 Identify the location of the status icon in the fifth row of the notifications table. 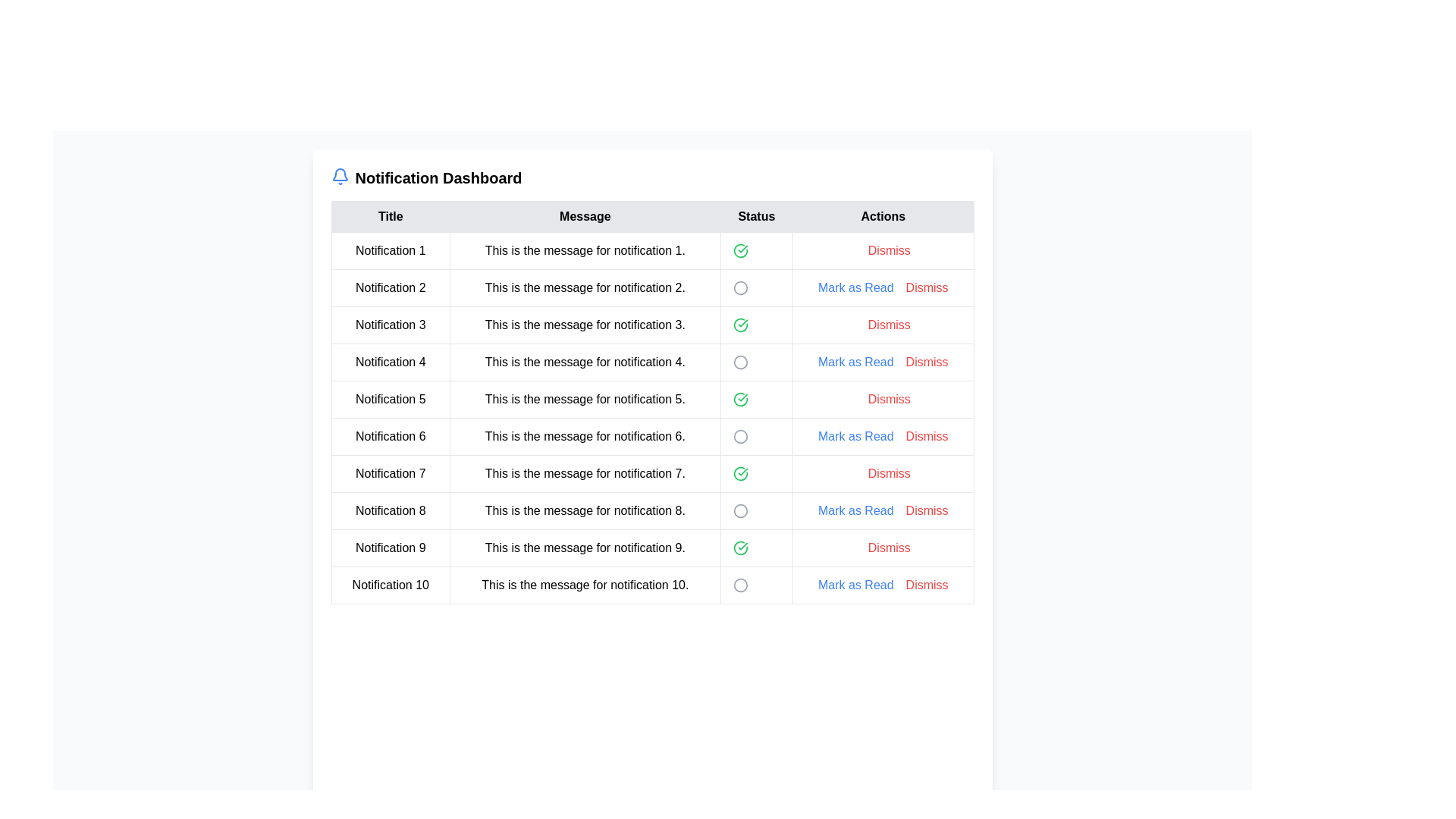
(652, 399).